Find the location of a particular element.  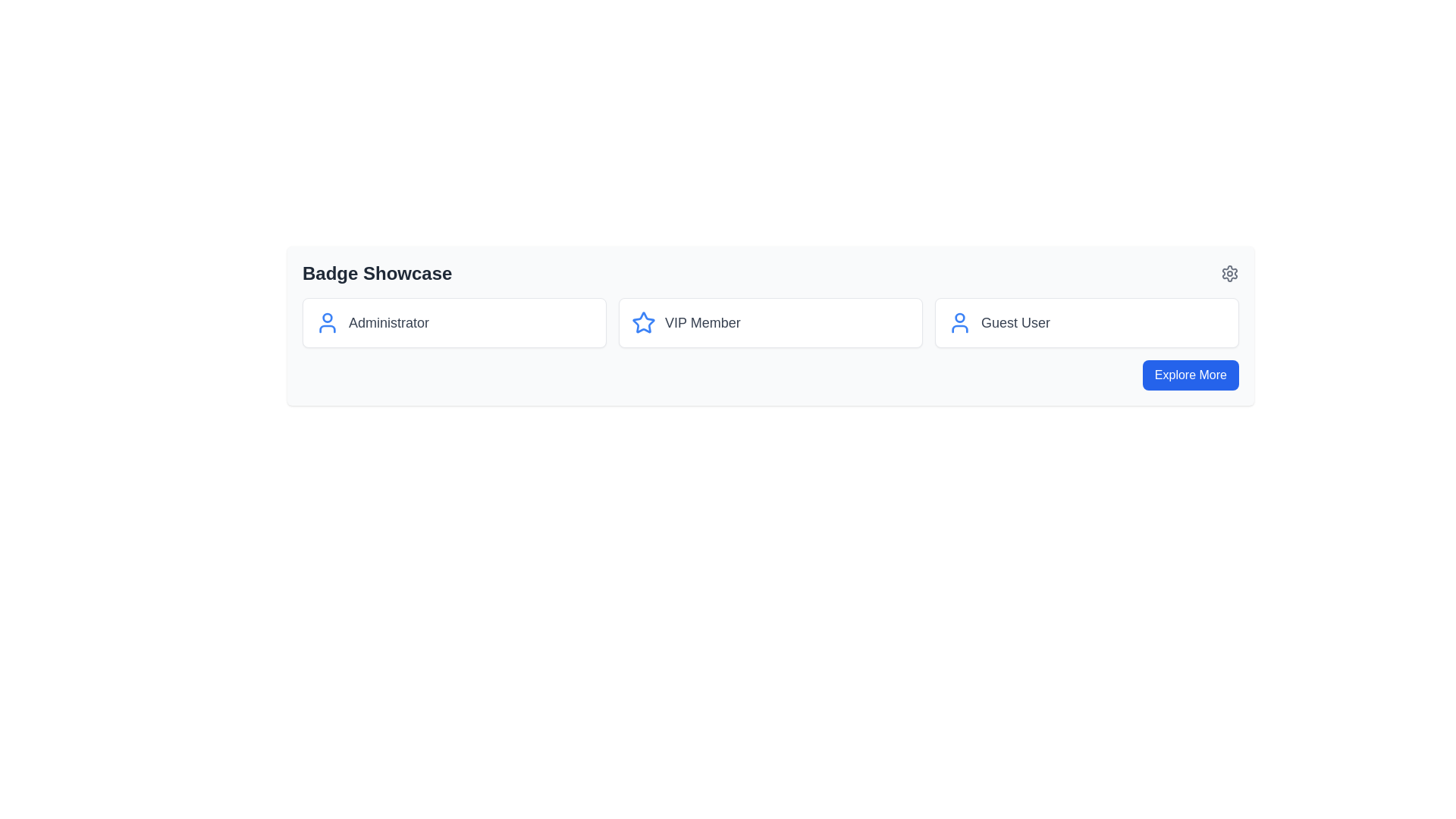

the blue outline of the user icon representing the 'Administrator' badge, located within the first badge component under the 'Badge Showcase' heading is located at coordinates (327, 322).